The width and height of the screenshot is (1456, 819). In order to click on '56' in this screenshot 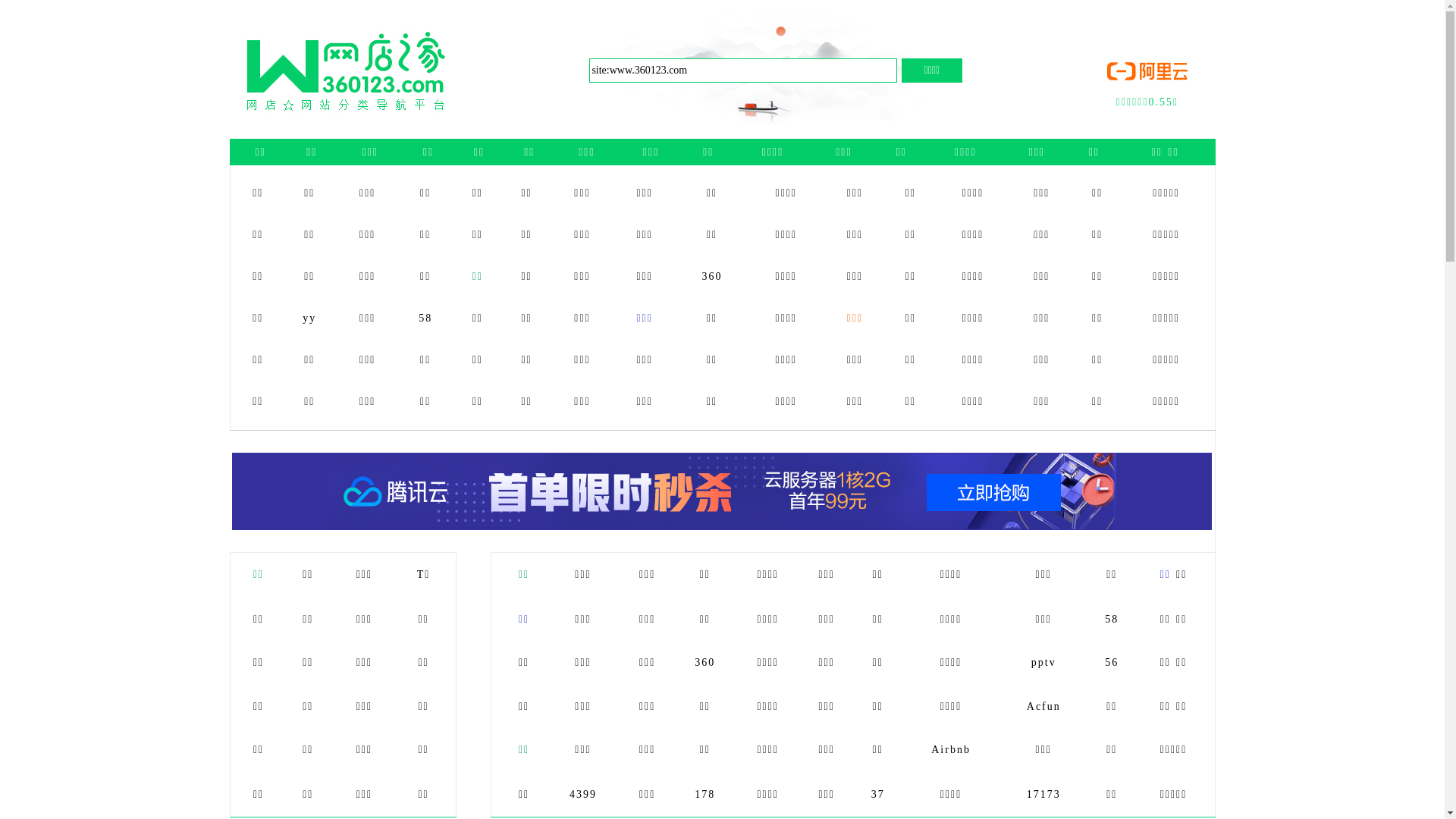, I will do `click(1105, 661)`.